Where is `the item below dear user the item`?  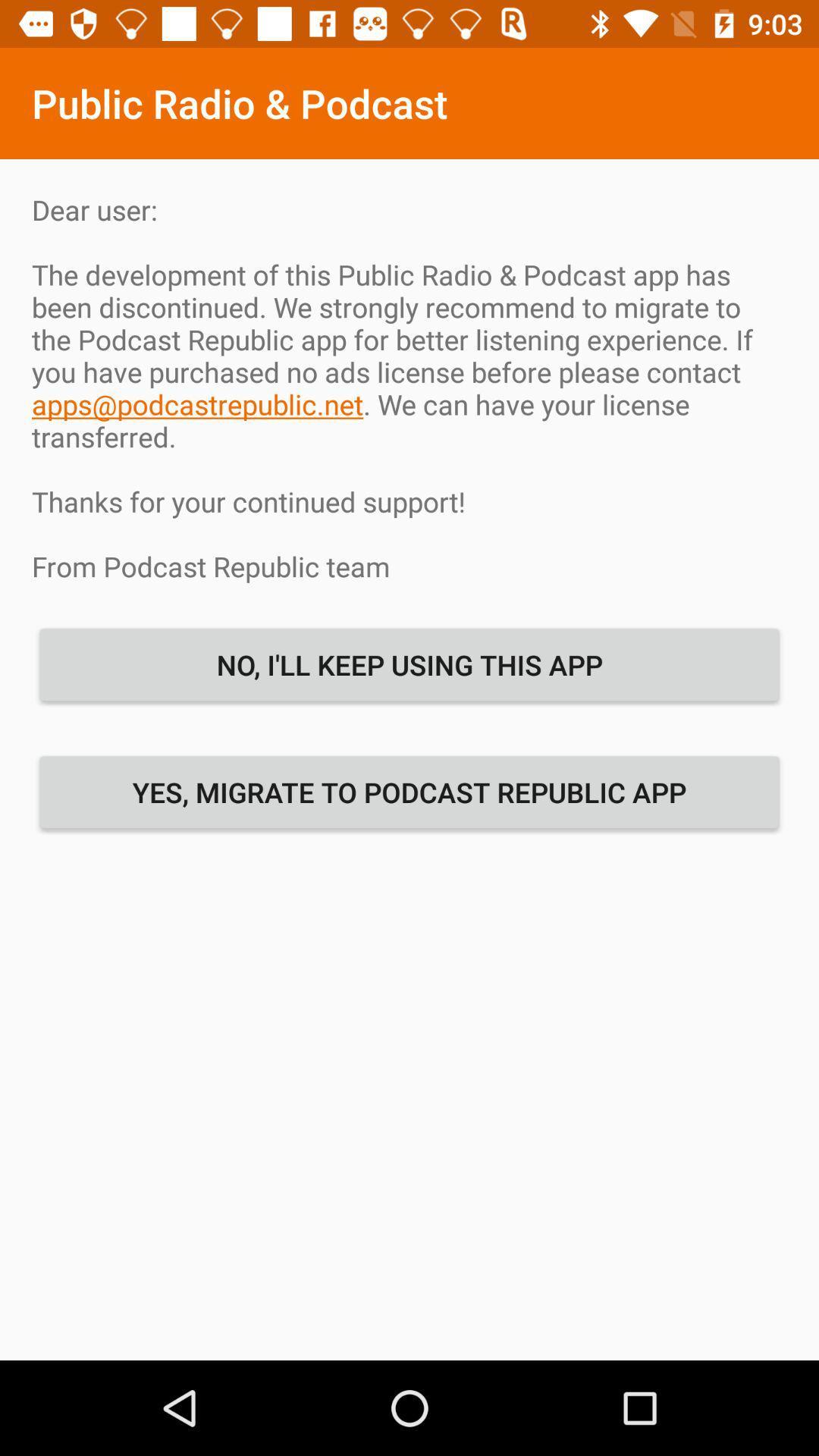 the item below dear user the item is located at coordinates (409, 664).